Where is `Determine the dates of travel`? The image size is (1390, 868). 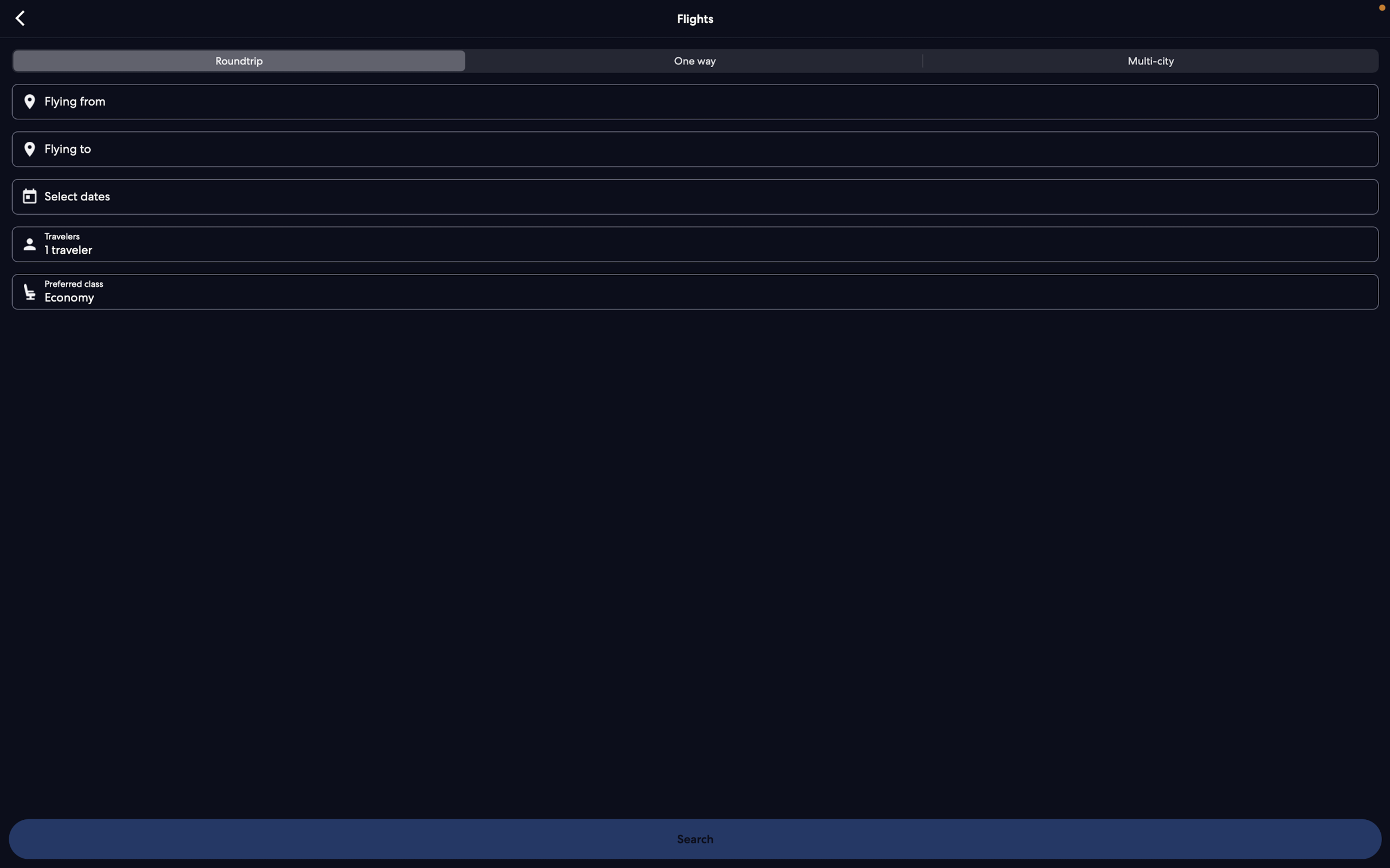
Determine the dates of travel is located at coordinates (699, 195).